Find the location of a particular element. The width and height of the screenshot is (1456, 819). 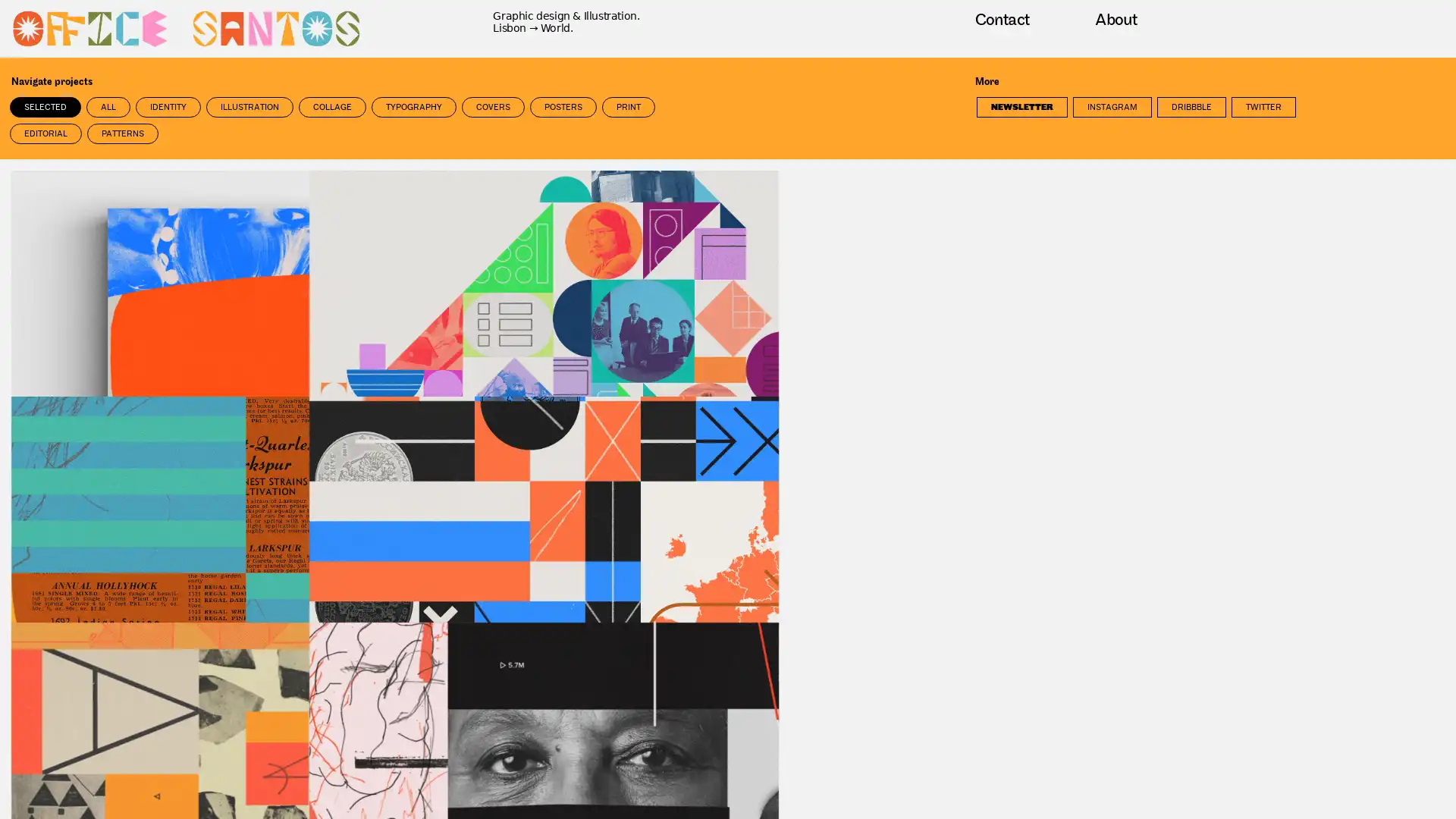

EDITORIAL is located at coordinates (45, 133).